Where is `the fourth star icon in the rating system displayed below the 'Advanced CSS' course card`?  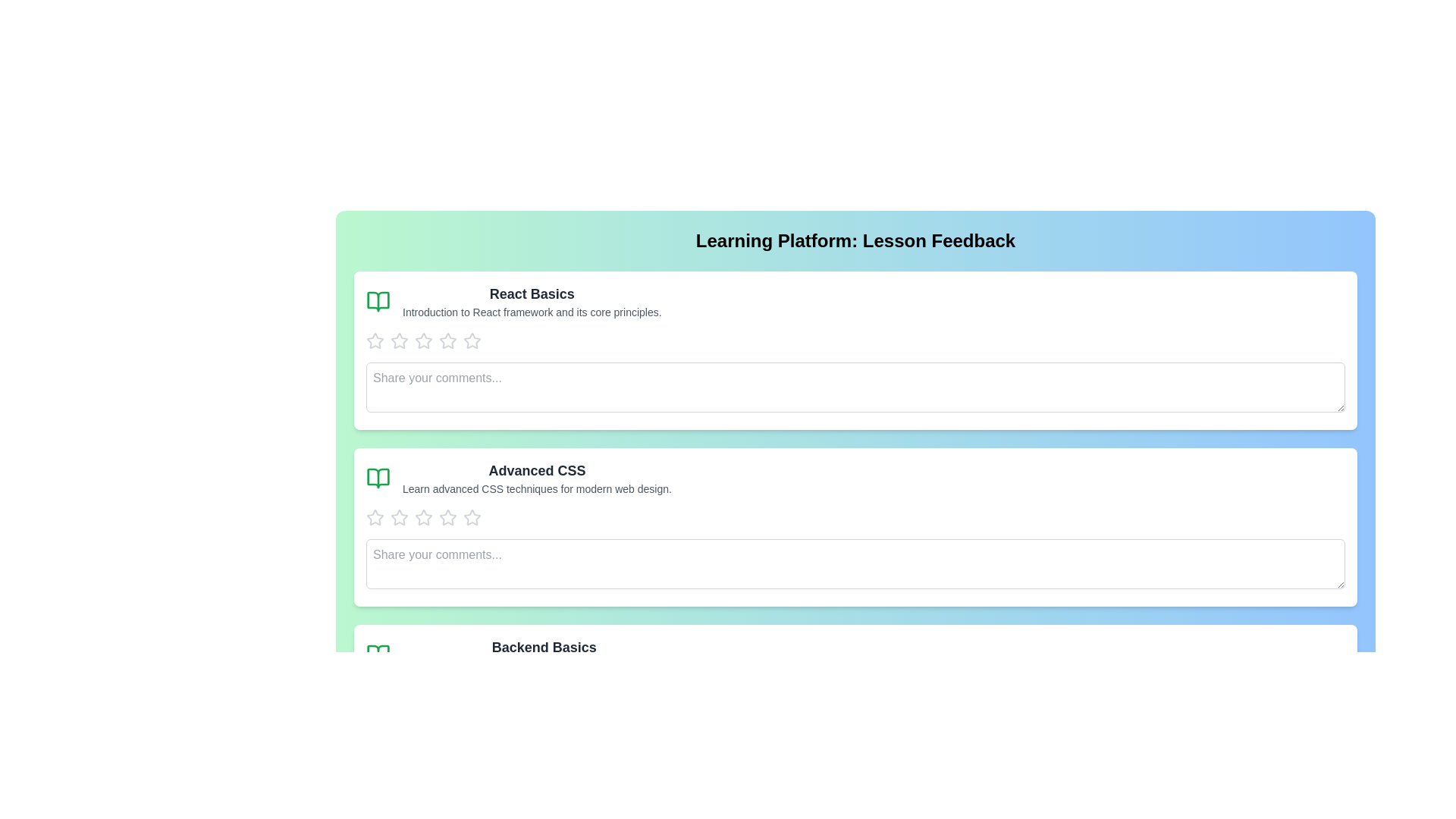 the fourth star icon in the rating system displayed below the 'Advanced CSS' course card is located at coordinates (472, 516).